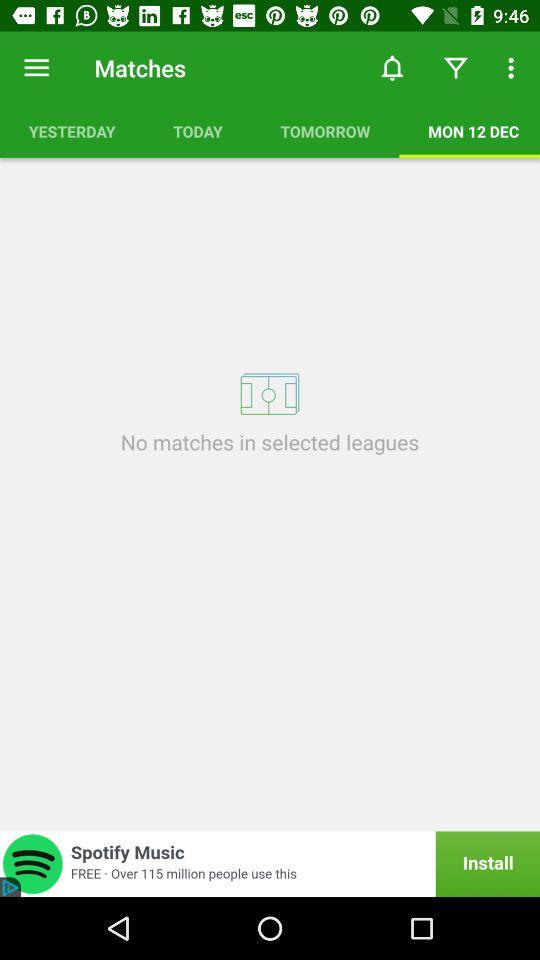 This screenshot has width=540, height=960. Describe the element at coordinates (71, 130) in the screenshot. I see `icon next to today icon` at that location.